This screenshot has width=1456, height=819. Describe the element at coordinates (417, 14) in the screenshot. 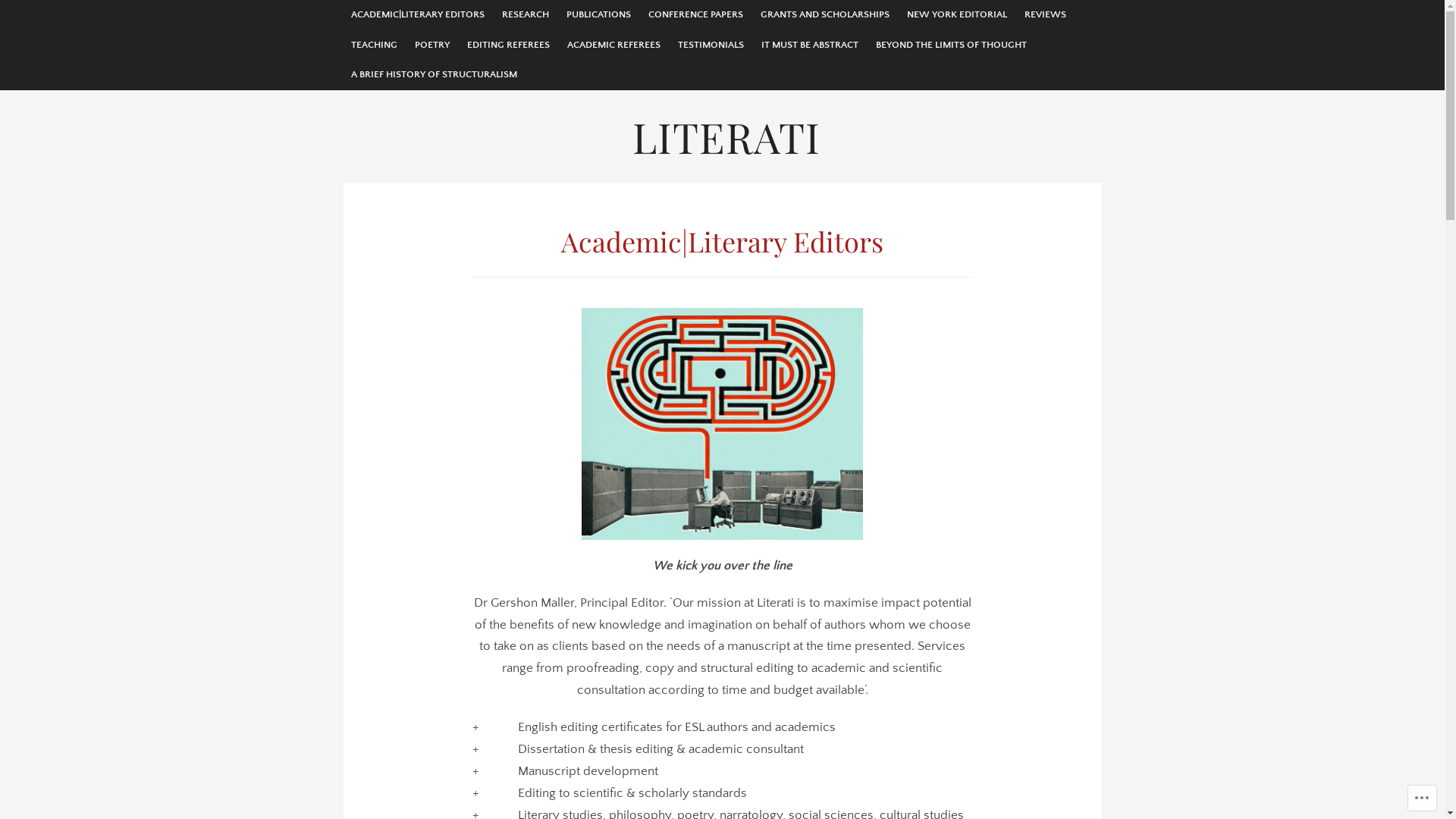

I see `'ACADEMIC|LITERARY EDITORS'` at that location.